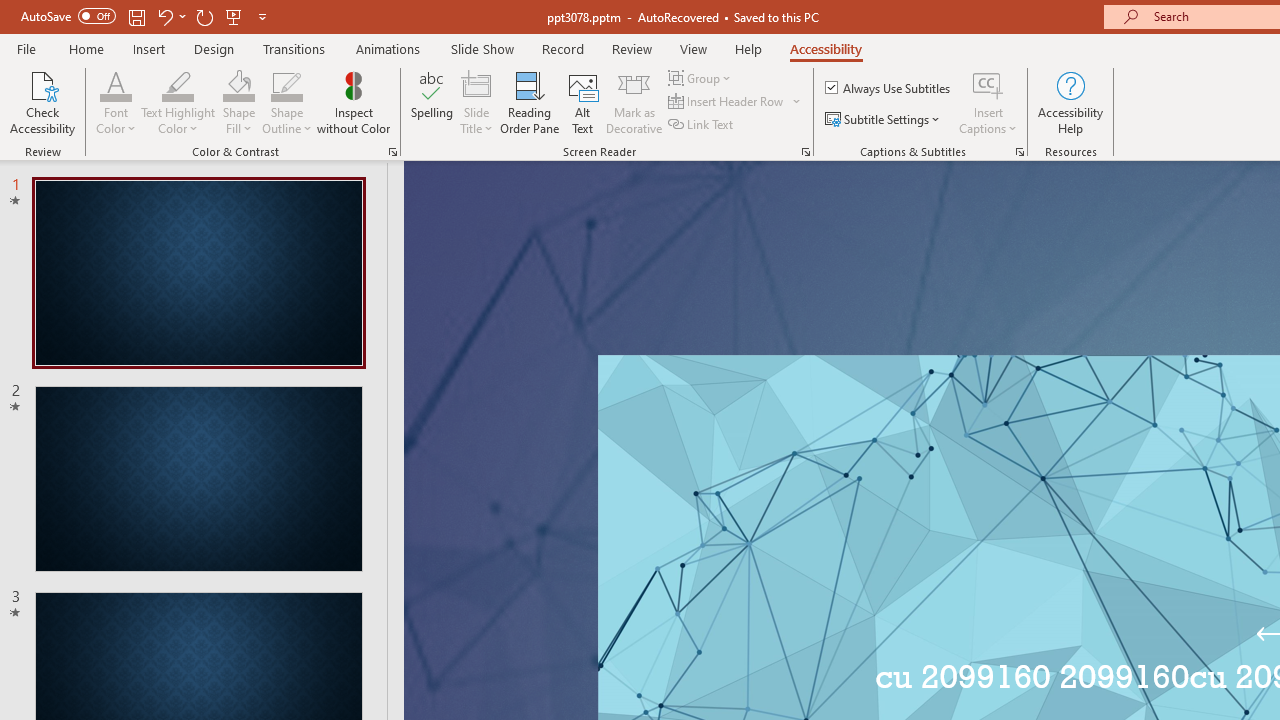 This screenshot has width=1280, height=720. What do you see at coordinates (1069, 103) in the screenshot?
I see `'Accessibility Help'` at bounding box center [1069, 103].